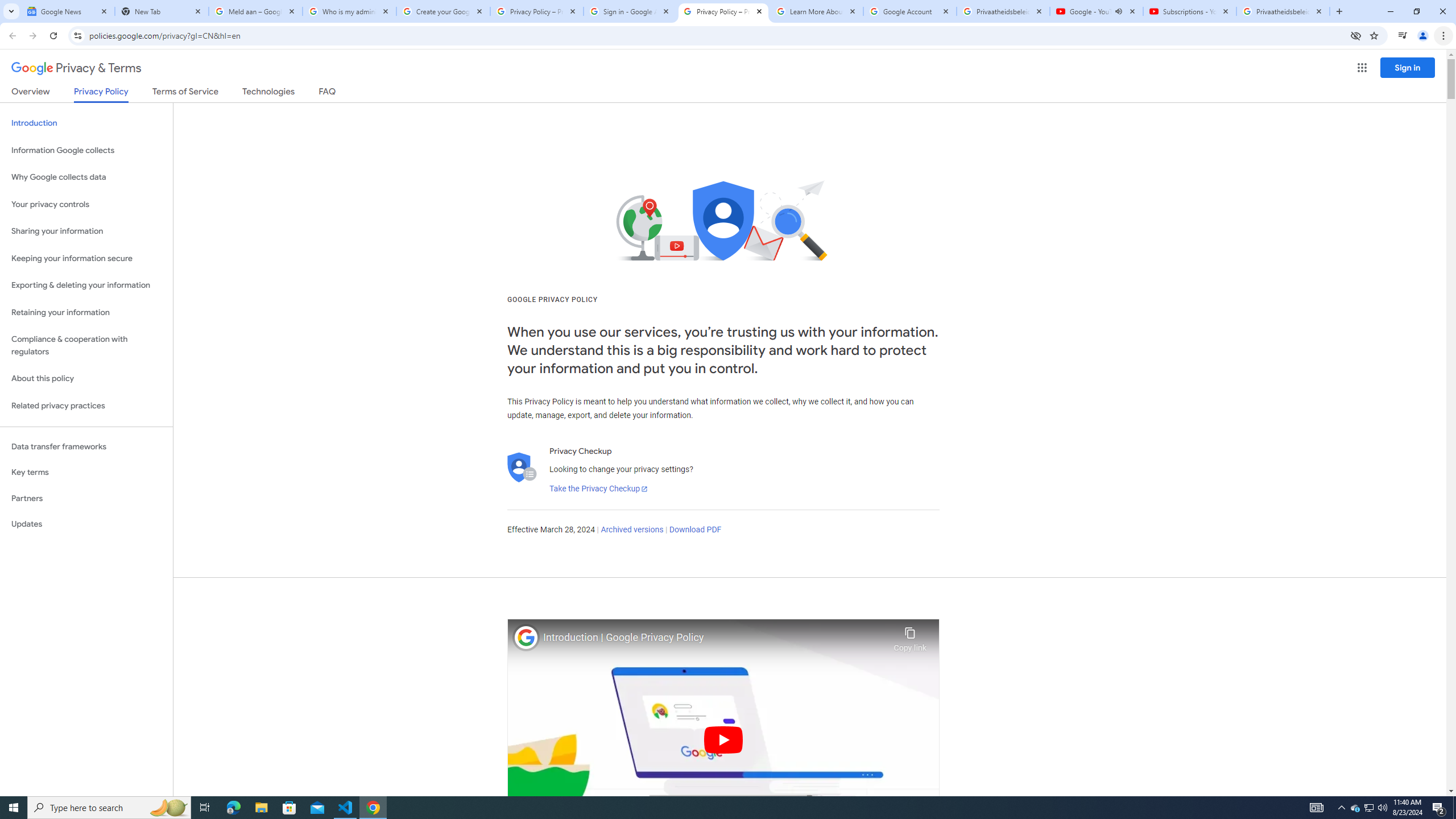 This screenshot has height=819, width=1456. I want to click on 'Retaining your information', so click(86, 312).